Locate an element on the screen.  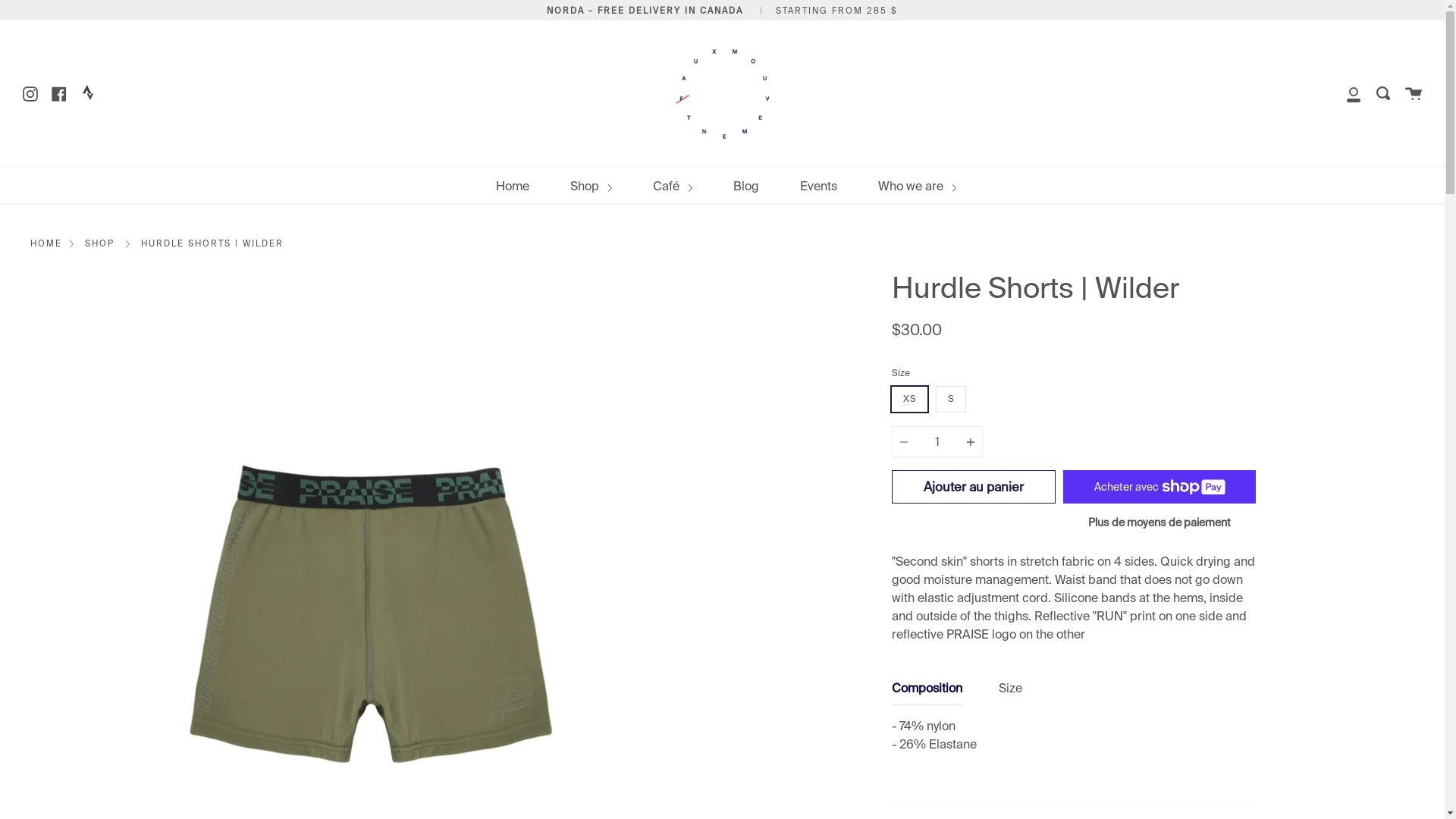
'Who we are' is located at coordinates (916, 185).